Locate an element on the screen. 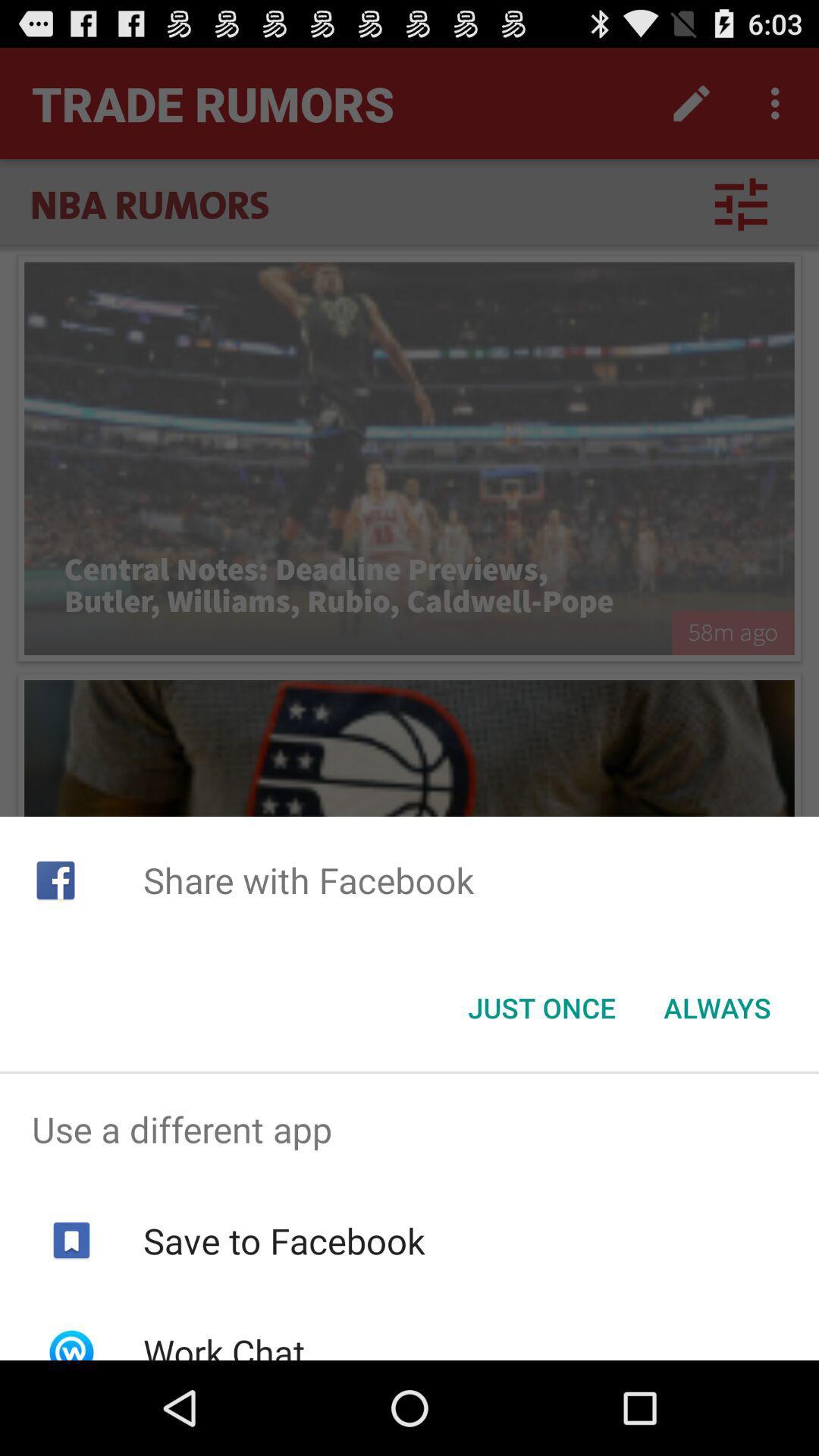 The width and height of the screenshot is (819, 1456). the work chat is located at coordinates (224, 1344).